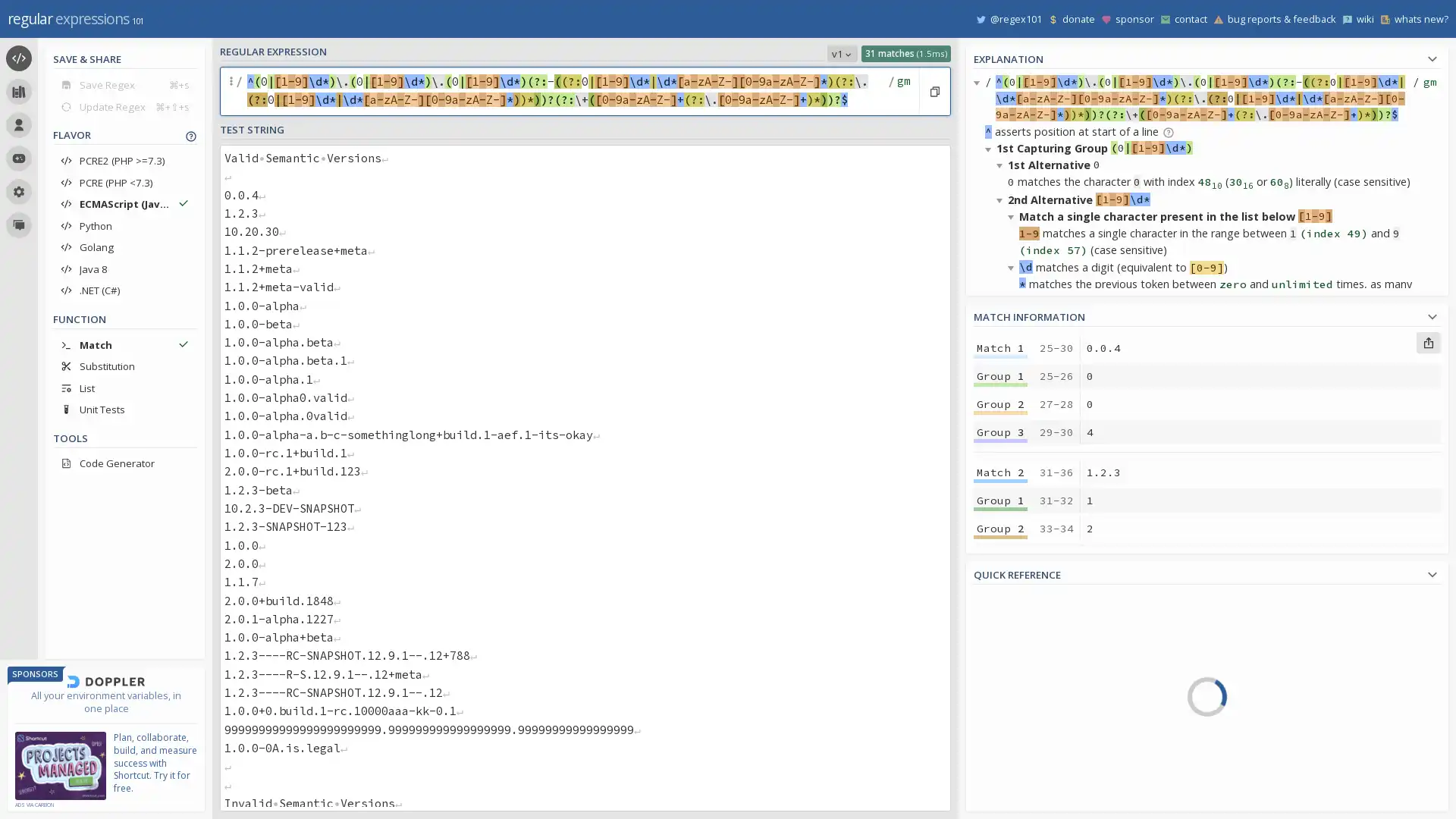  Describe the element at coordinates (902, 91) in the screenshot. I see `Set Regex Options` at that location.